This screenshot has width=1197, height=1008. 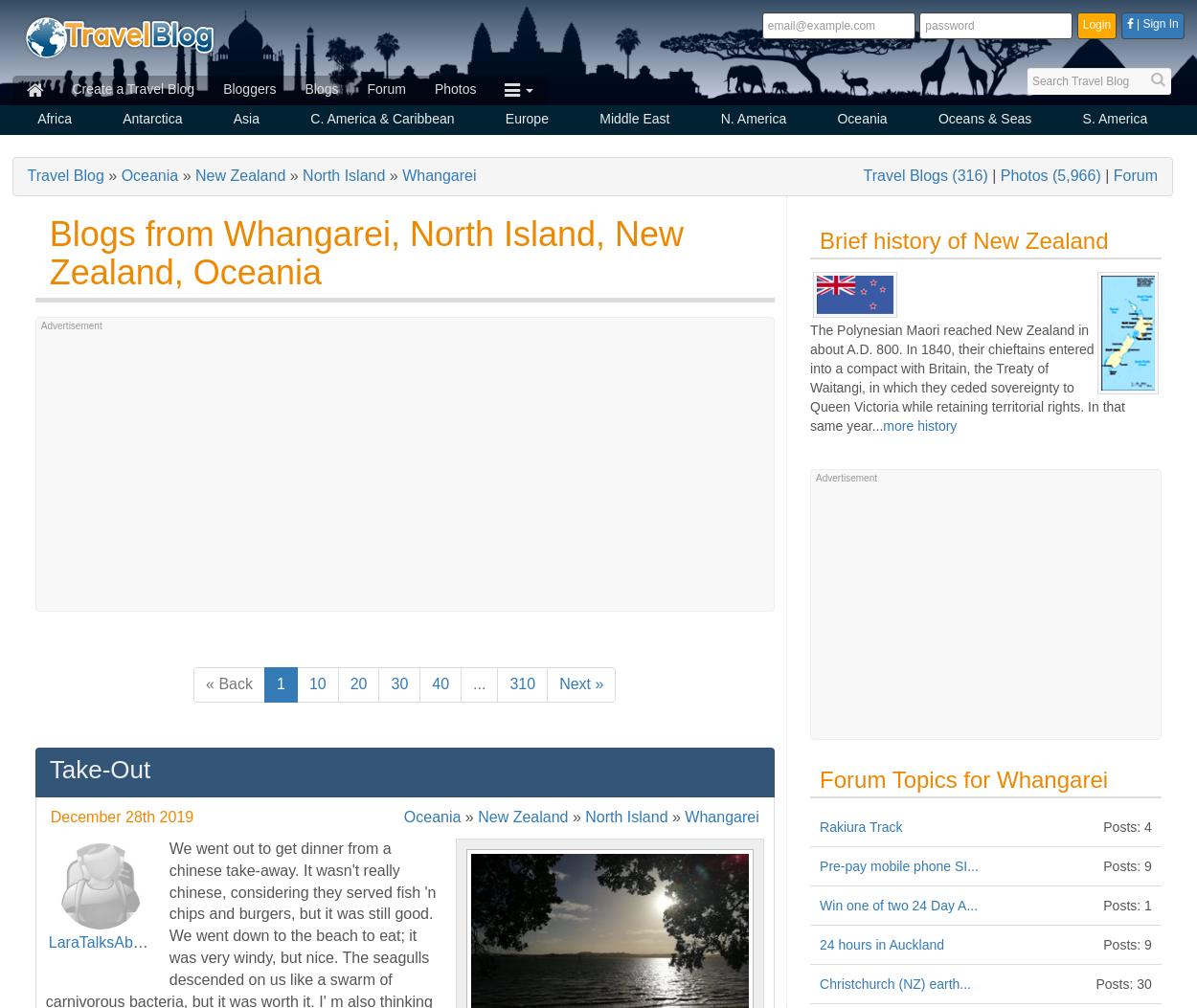 I want to click on 'Europe', so click(x=505, y=119).